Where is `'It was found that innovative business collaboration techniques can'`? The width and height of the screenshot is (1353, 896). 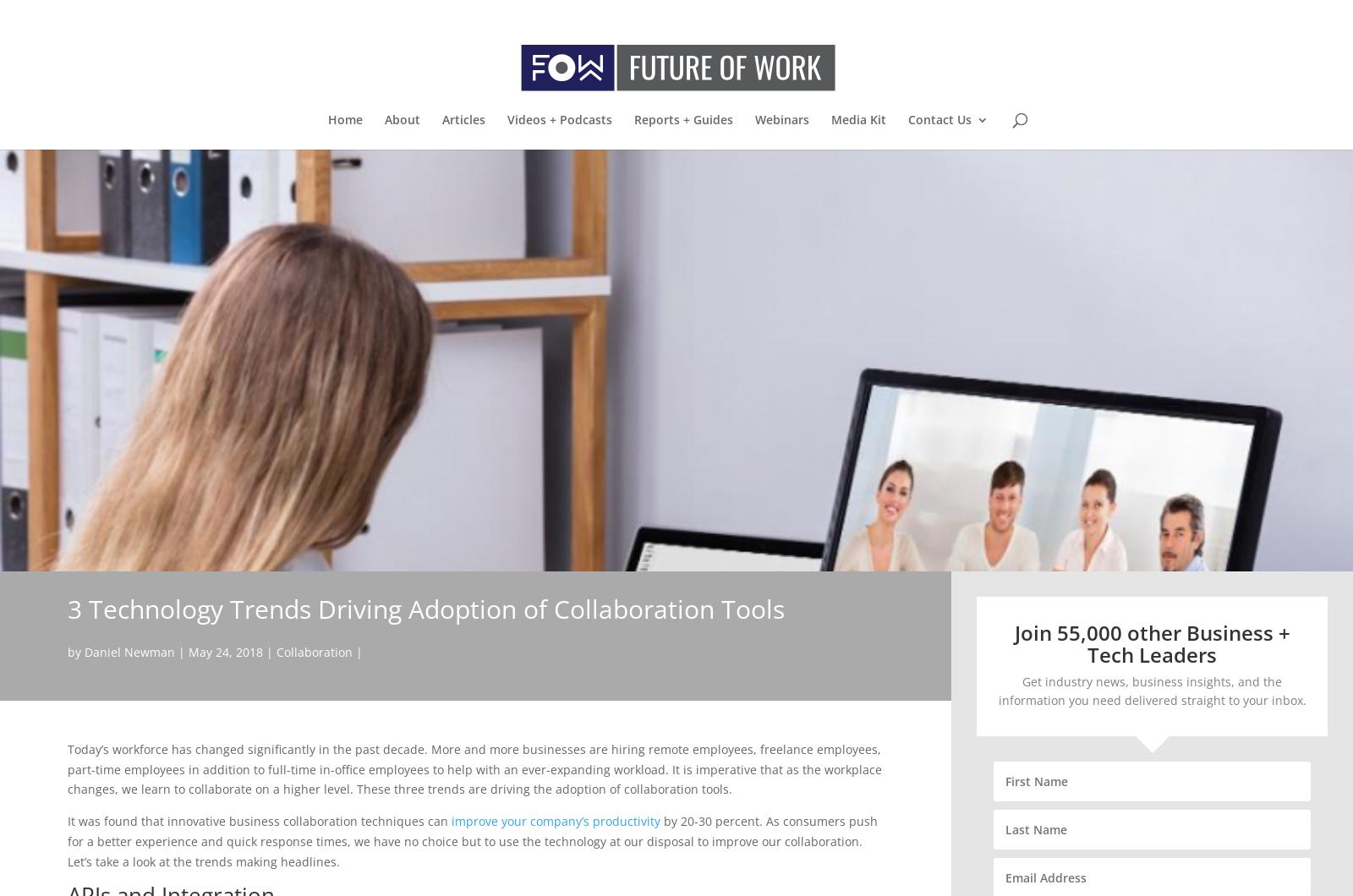 'It was found that innovative business collaboration techniques can' is located at coordinates (67, 820).